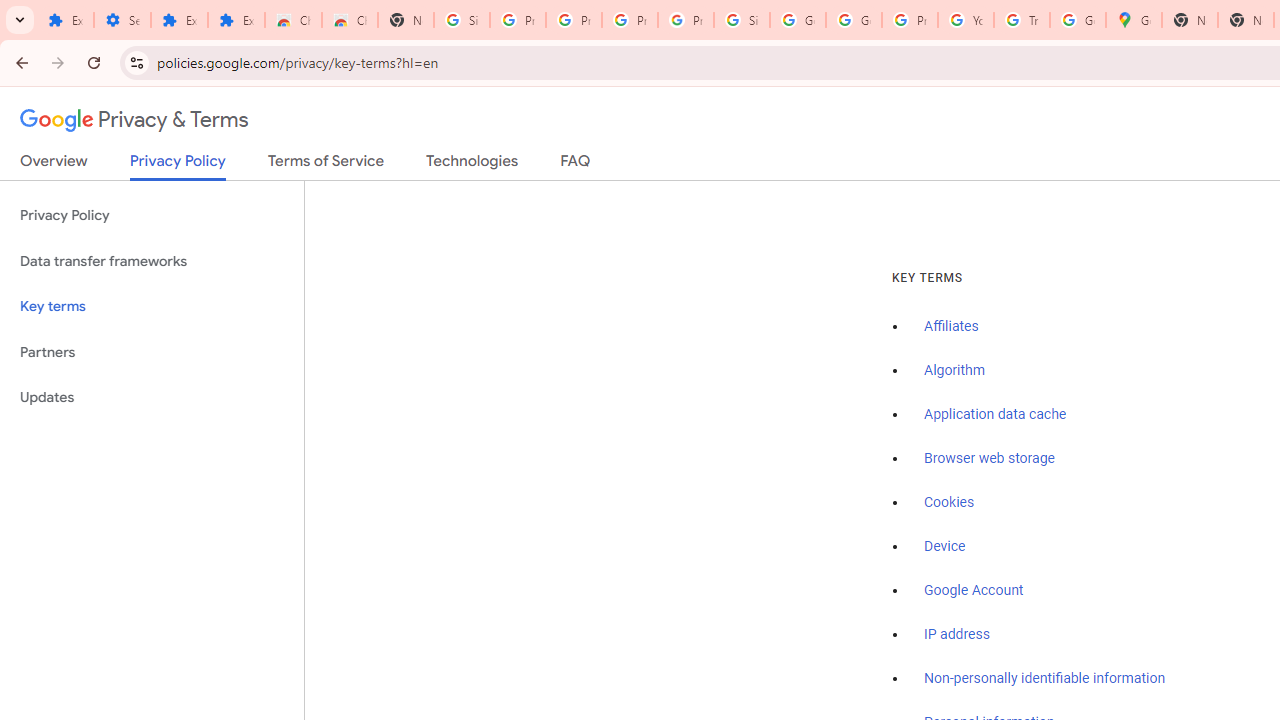 The height and width of the screenshot is (720, 1280). What do you see at coordinates (953, 371) in the screenshot?
I see `'Algorithm'` at bounding box center [953, 371].